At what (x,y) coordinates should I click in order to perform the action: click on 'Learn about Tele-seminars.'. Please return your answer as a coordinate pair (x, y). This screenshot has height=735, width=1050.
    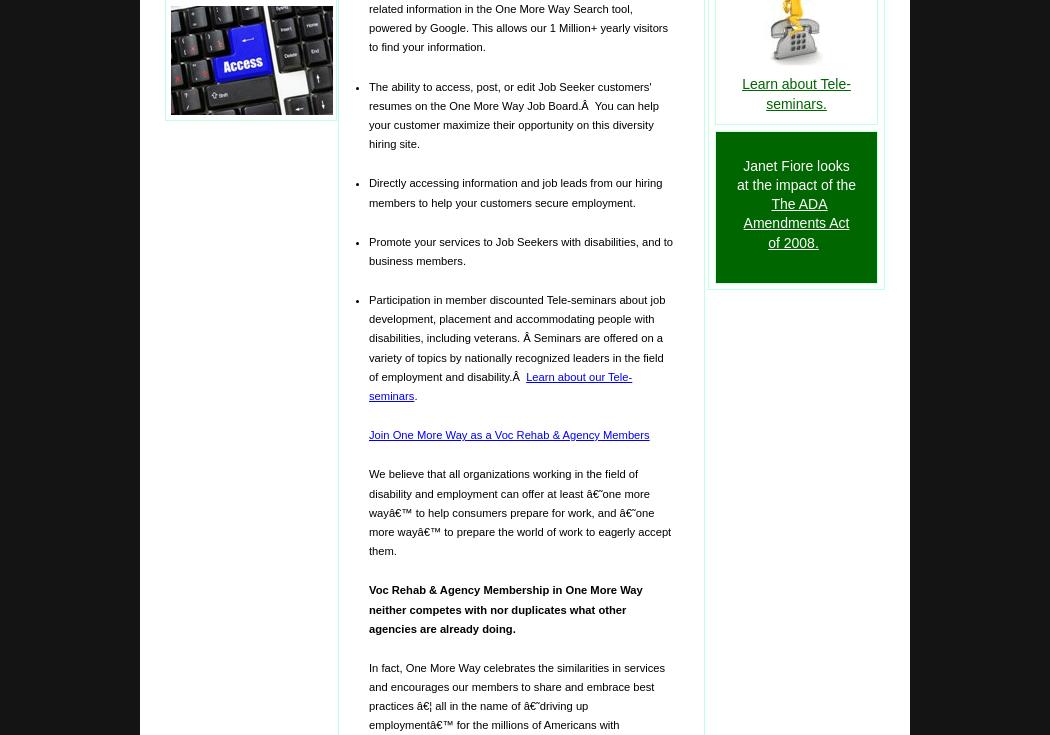
    Looking at the image, I should click on (795, 93).